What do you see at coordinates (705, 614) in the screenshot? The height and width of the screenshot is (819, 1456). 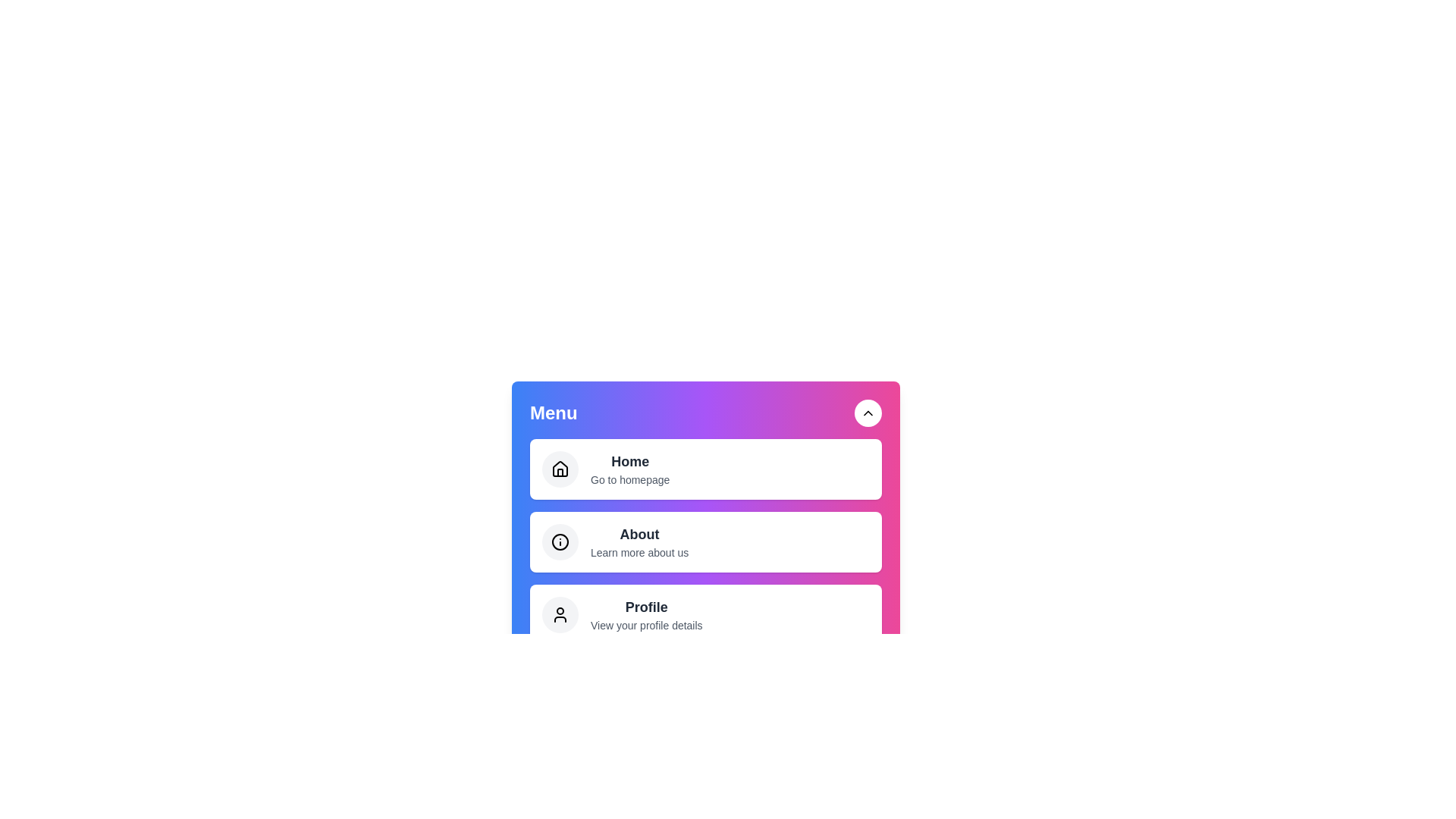 I see `the menu item Profile from the menu` at bounding box center [705, 614].